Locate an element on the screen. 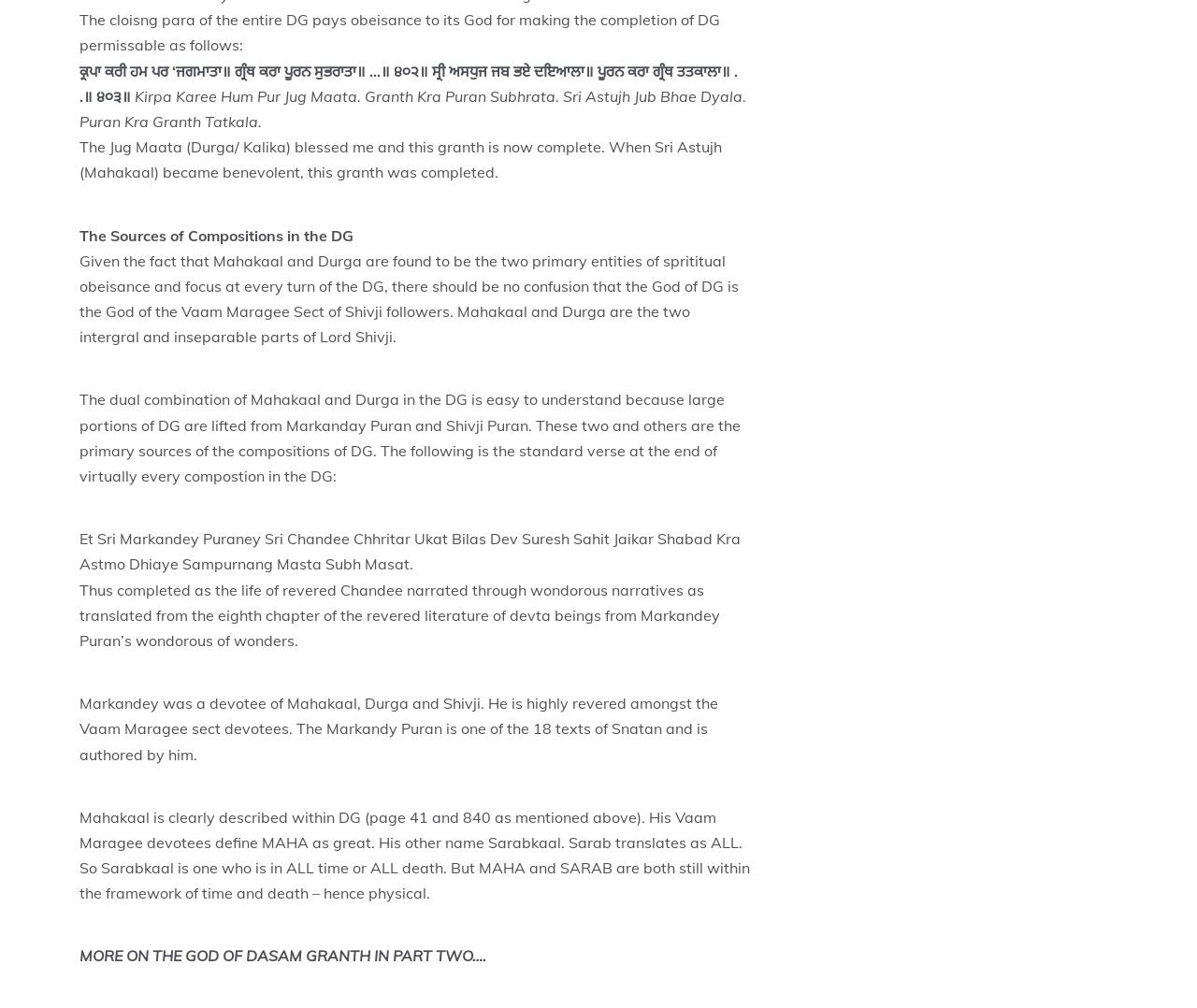  'Thus completed as the life of revered Chandee narrated through wondorous narratives as translated from the eighth chapter of the revered literature of devta beings from Markandey Puran’s wondorous of wonders.' is located at coordinates (398, 614).